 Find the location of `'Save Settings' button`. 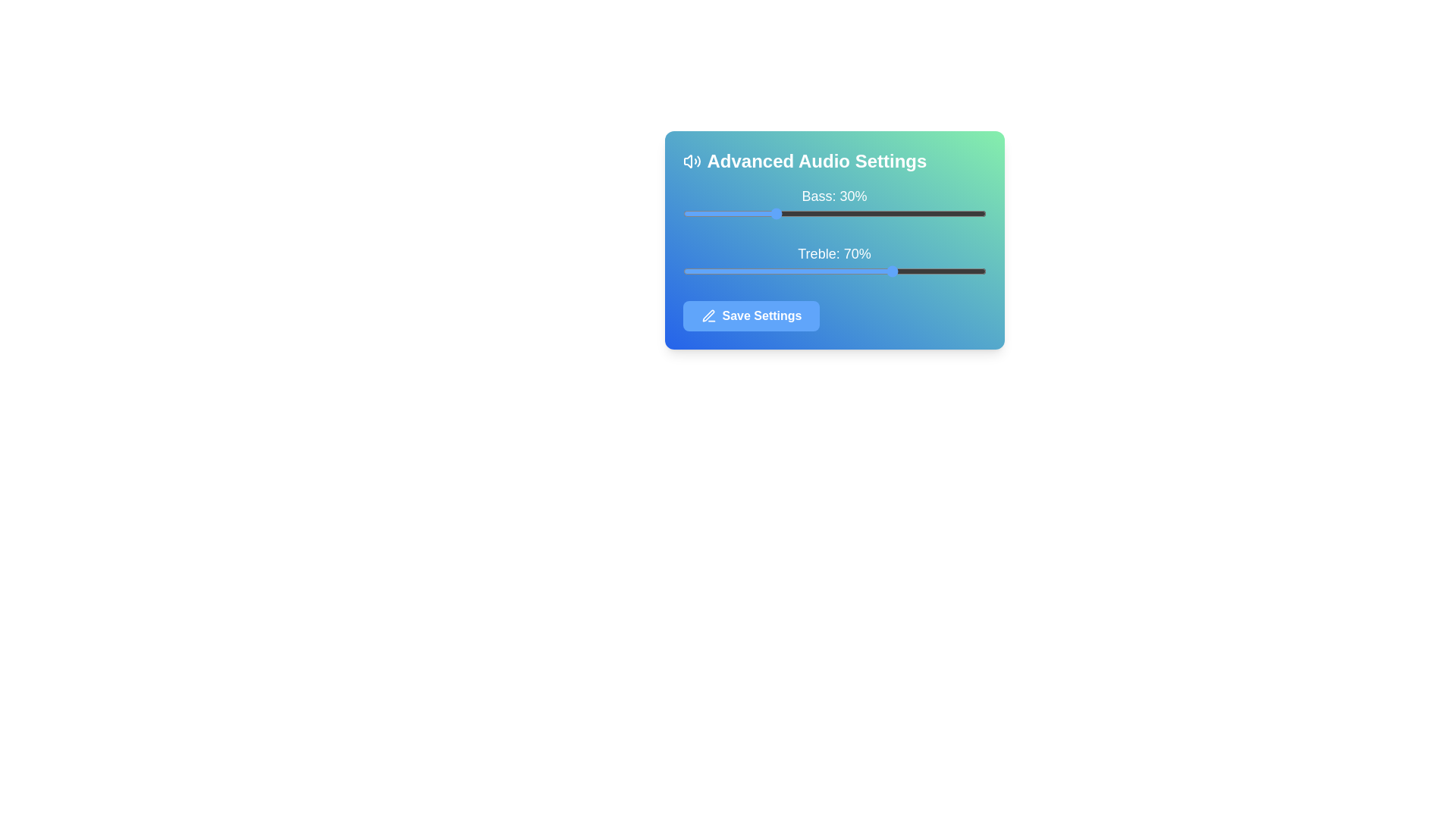

'Save Settings' button is located at coordinates (751, 315).